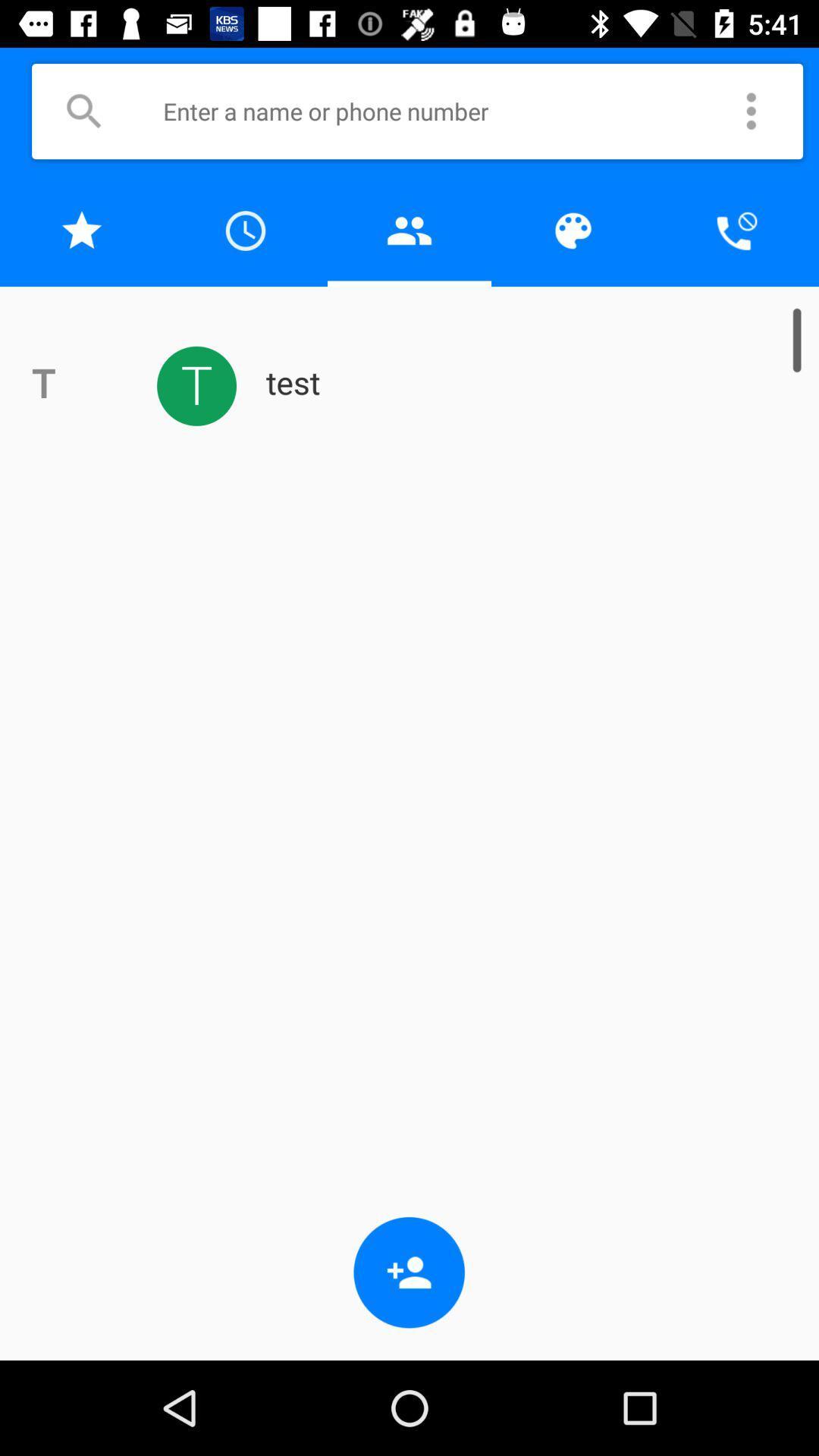 This screenshot has height=1456, width=819. I want to click on the app below test, so click(409, 1272).